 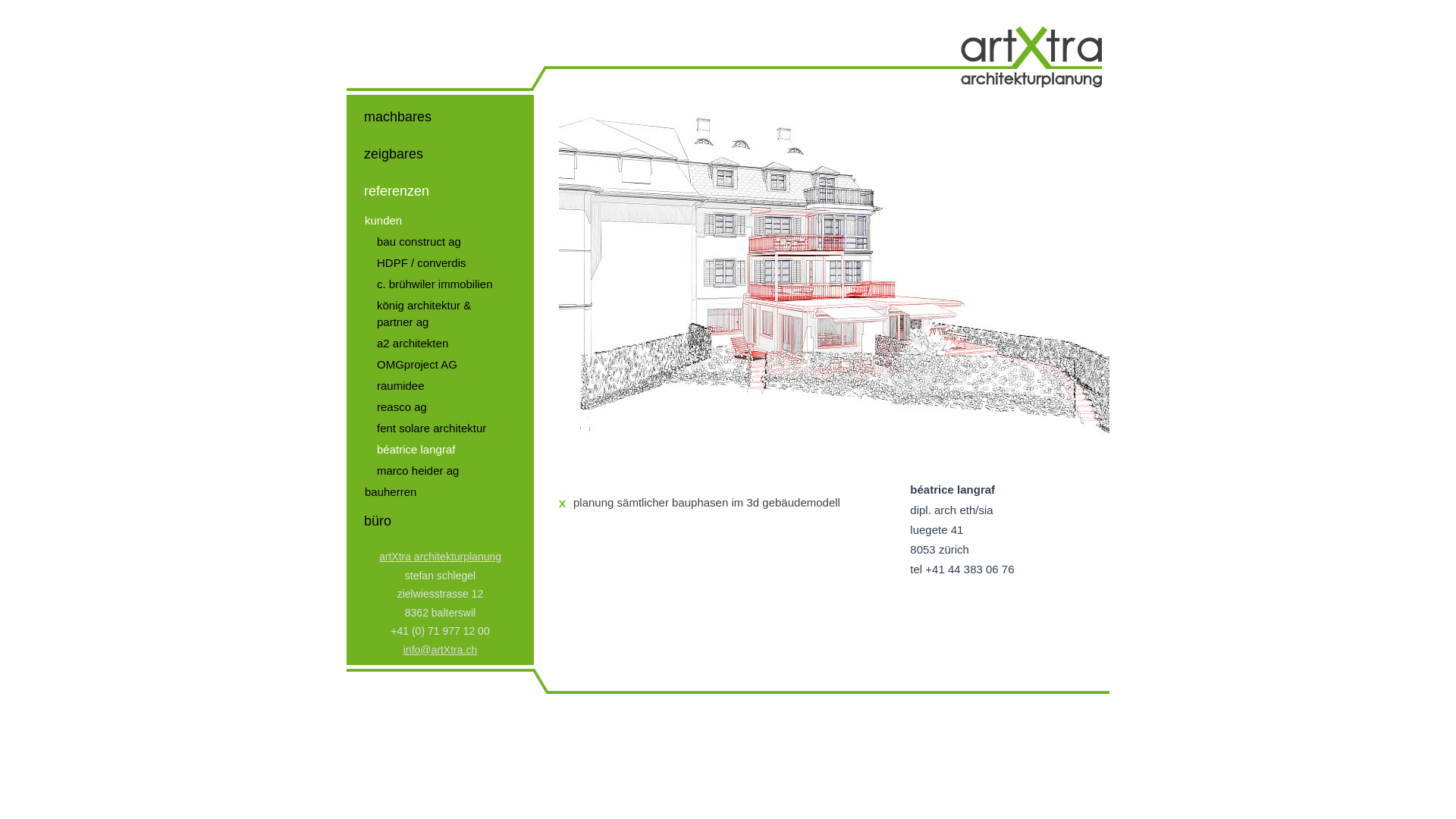 I want to click on 'bauherren', so click(x=439, y=491).